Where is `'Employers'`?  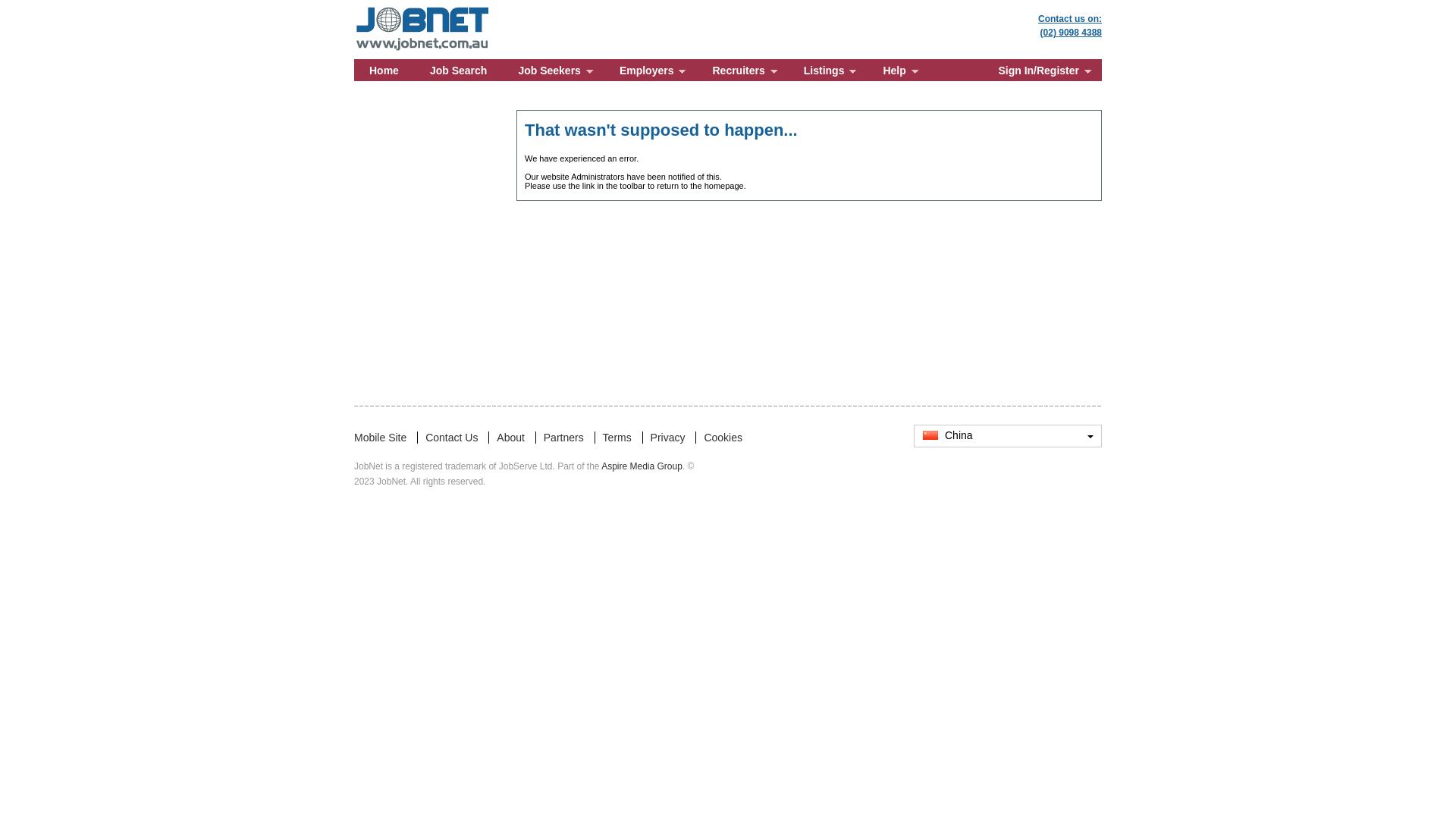
'Employers' is located at coordinates (651, 70).